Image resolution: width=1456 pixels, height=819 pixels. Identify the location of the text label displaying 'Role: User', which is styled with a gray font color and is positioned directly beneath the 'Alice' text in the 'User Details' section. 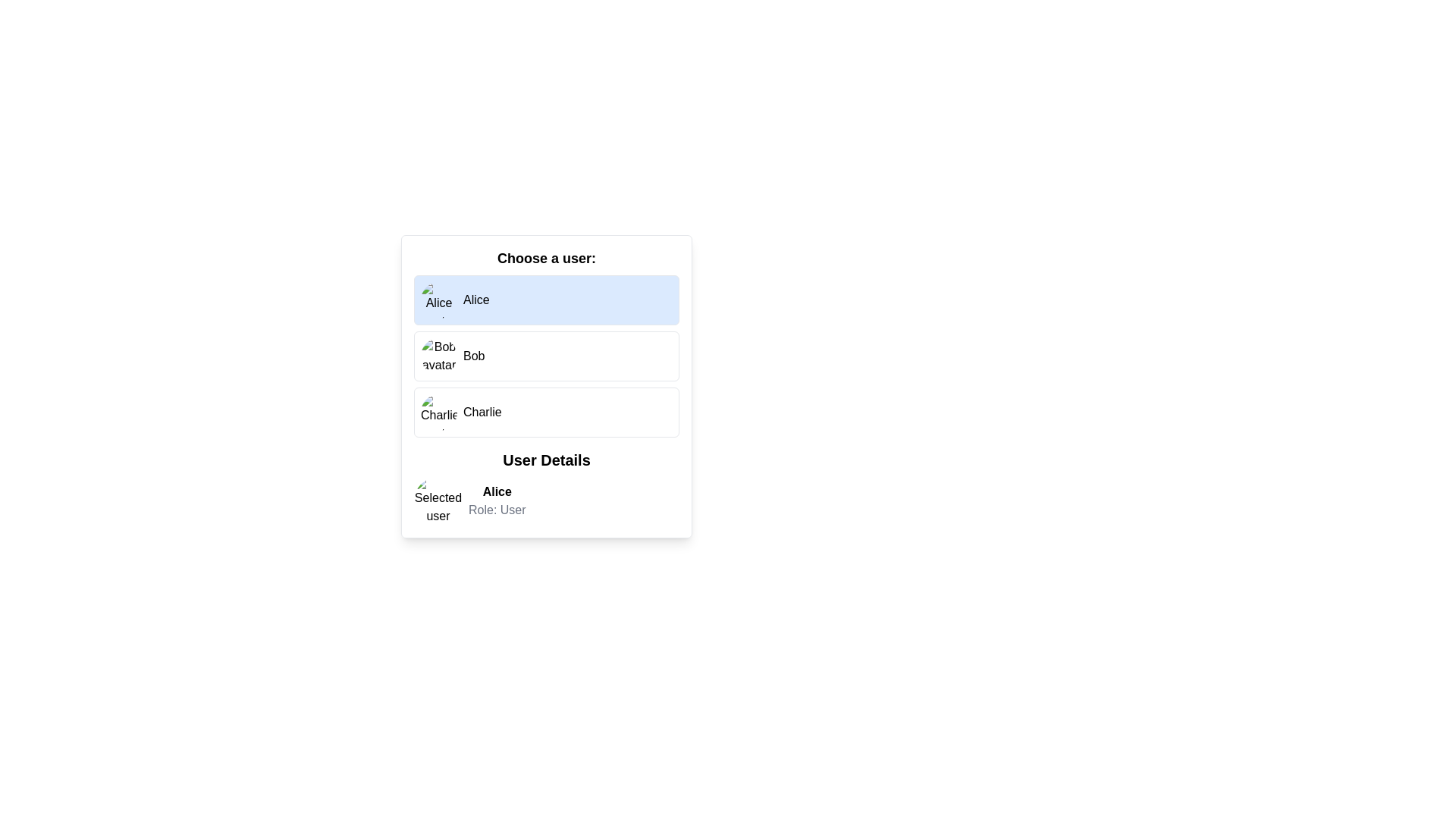
(497, 510).